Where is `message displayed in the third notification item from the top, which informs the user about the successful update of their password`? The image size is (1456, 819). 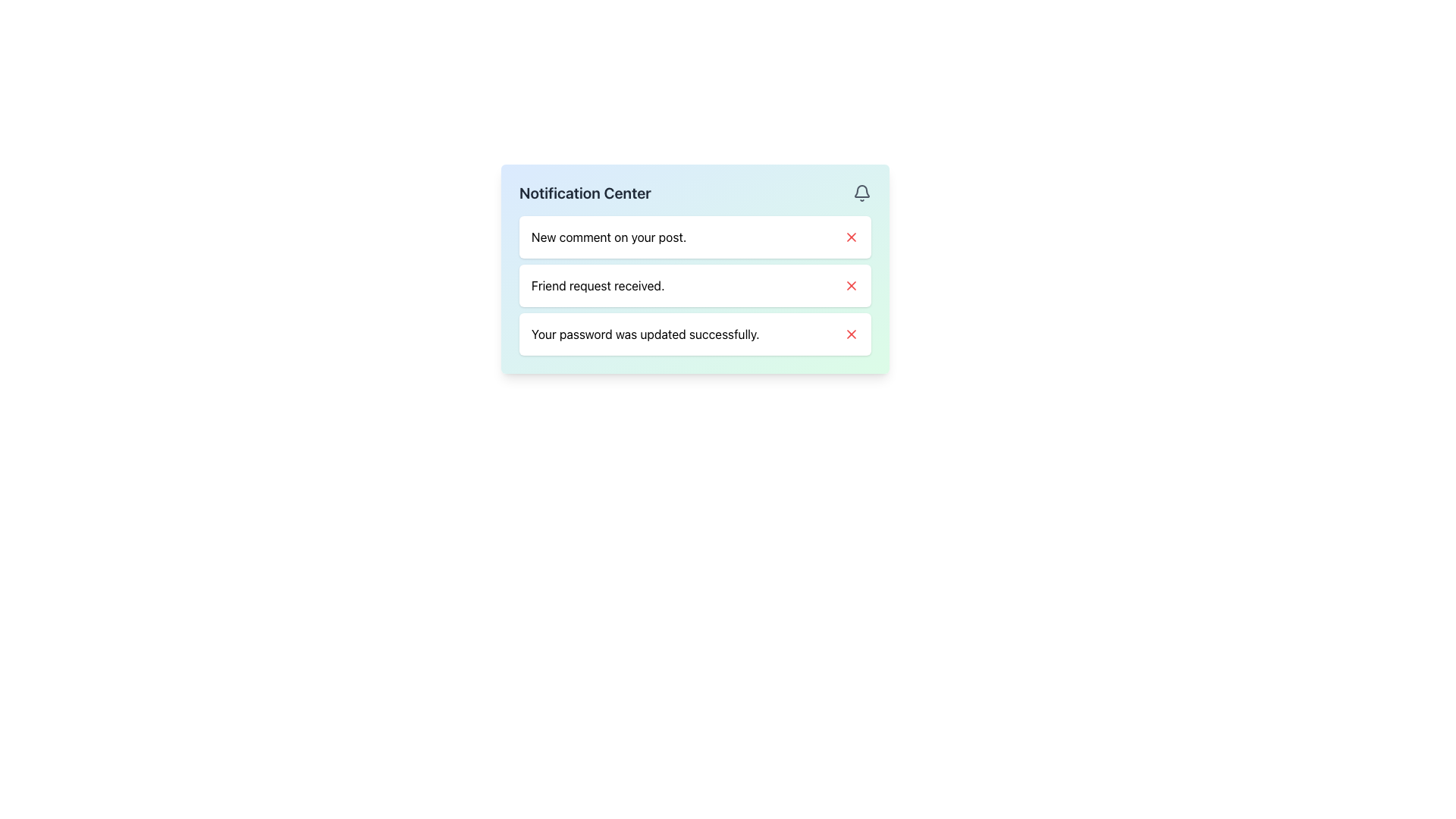 message displayed in the third notification item from the top, which informs the user about the successful update of their password is located at coordinates (645, 333).